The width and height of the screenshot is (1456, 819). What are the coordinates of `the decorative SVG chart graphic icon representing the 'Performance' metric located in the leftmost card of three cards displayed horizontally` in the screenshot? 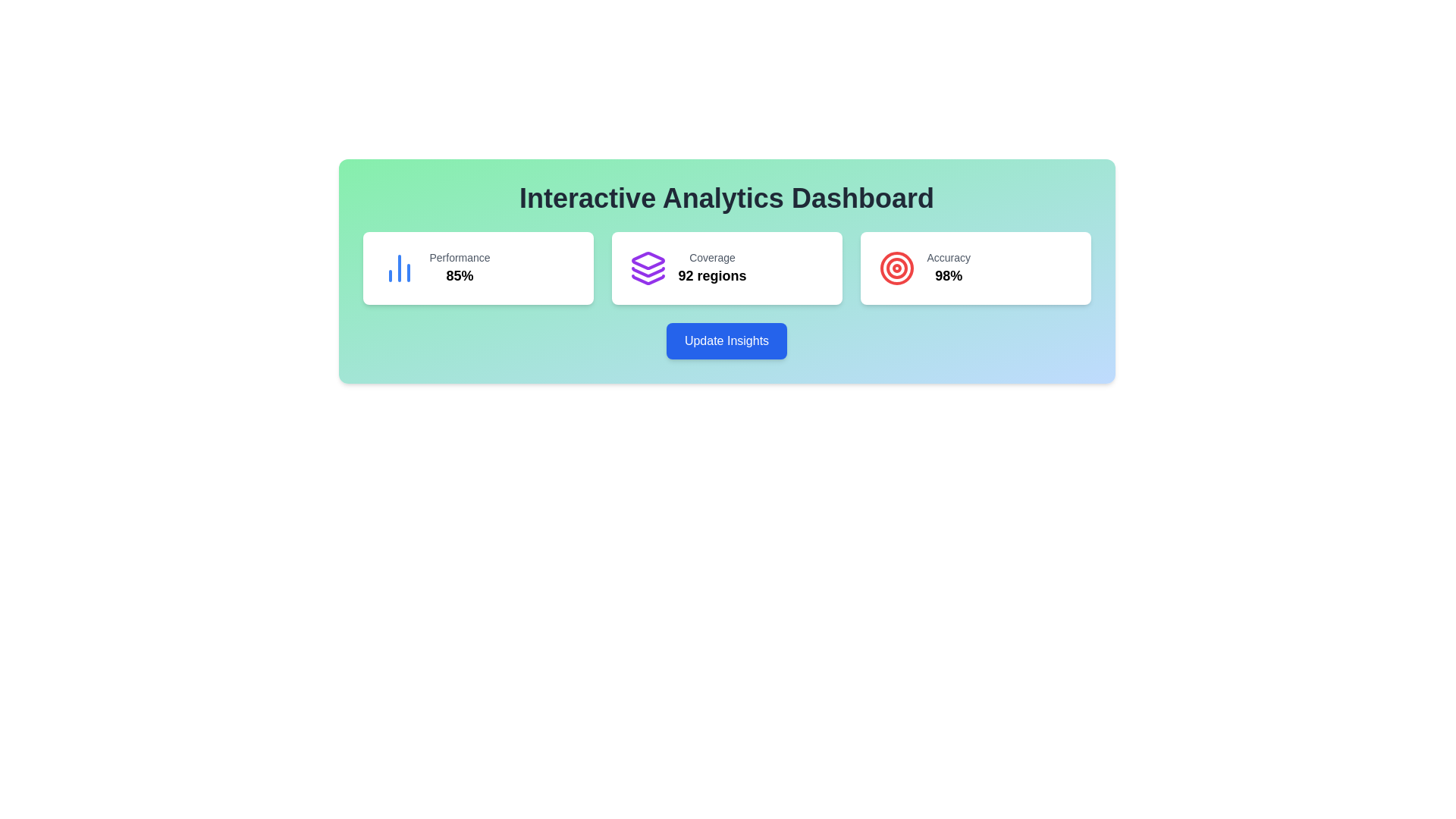 It's located at (399, 268).